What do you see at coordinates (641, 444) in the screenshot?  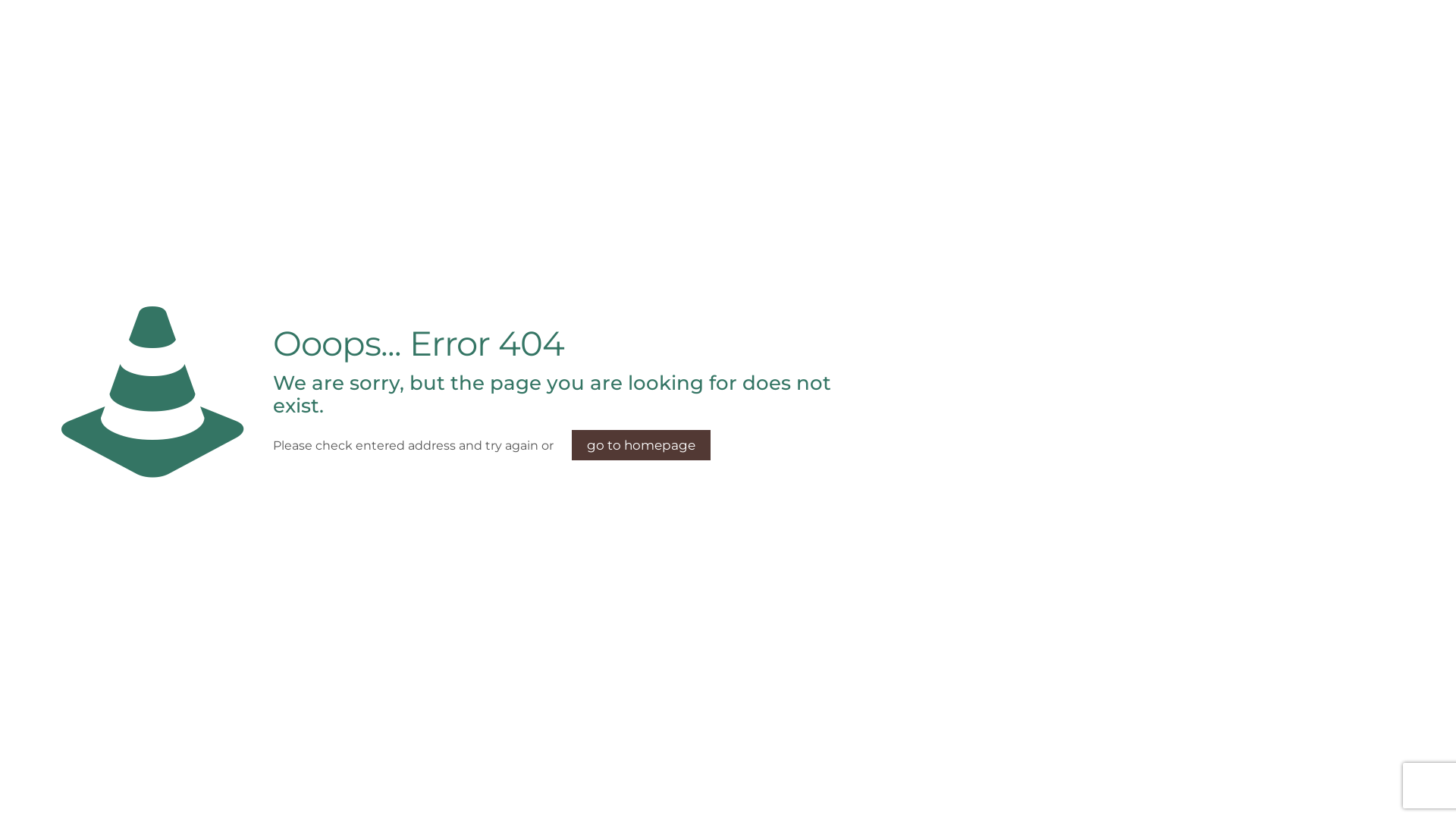 I see `'go to homepage'` at bounding box center [641, 444].